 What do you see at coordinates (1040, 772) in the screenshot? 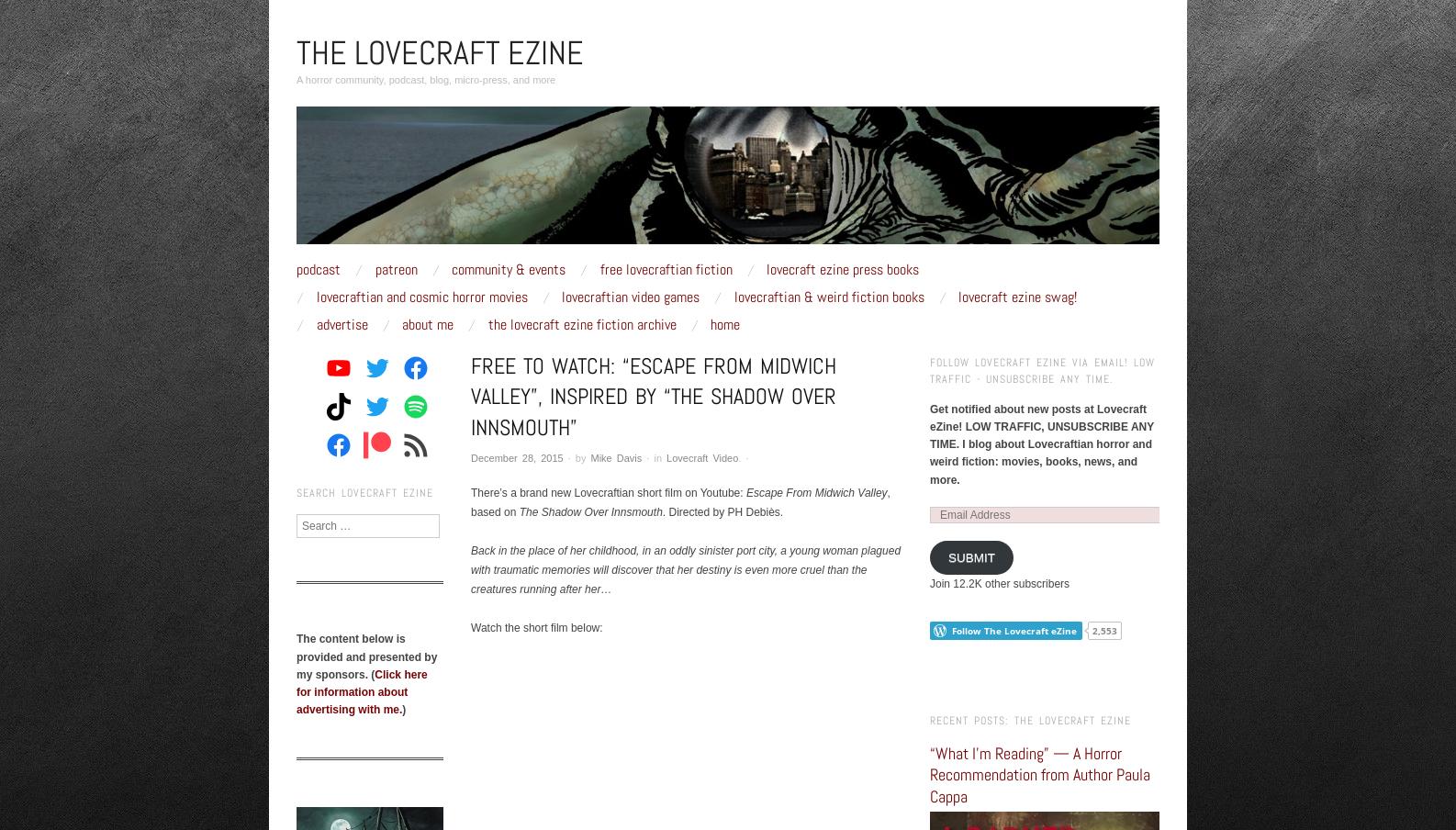
I see `'“What I’m Reading” — A Horror Recommendation from Author Paula Cappa'` at bounding box center [1040, 772].